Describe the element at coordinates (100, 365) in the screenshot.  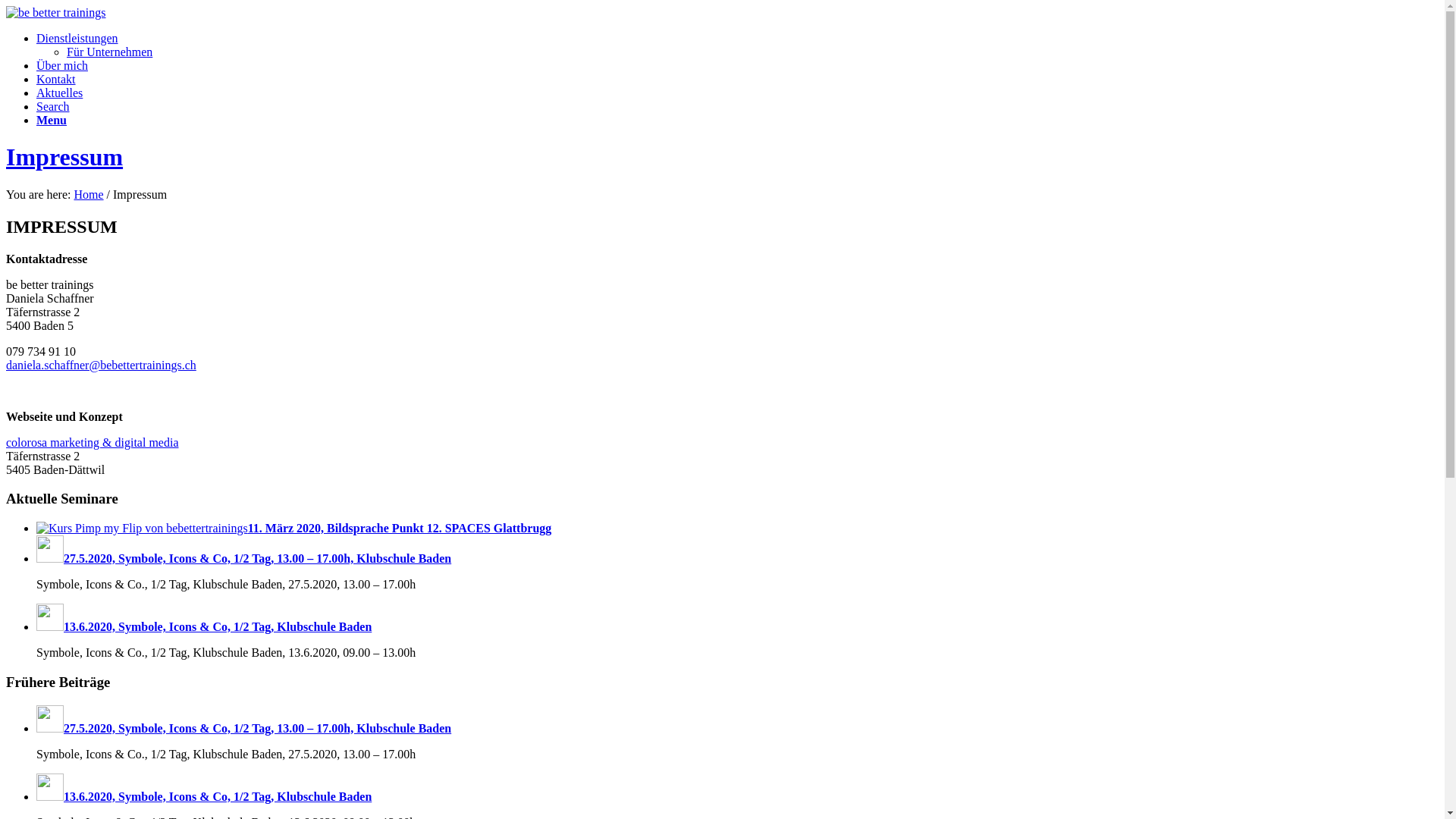
I see `'daniela.schaffner@bebettertrainings.ch'` at that location.